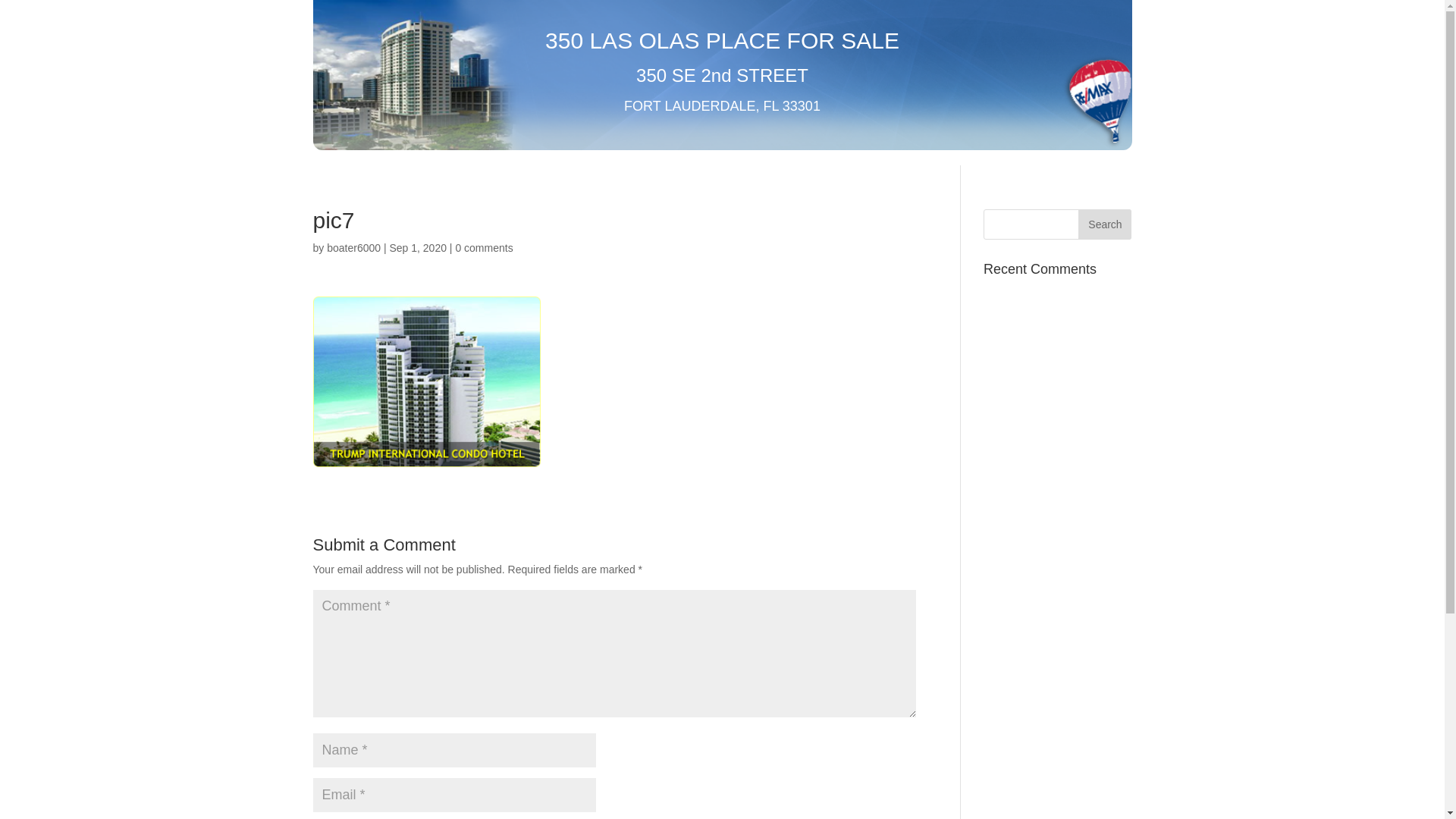 The image size is (1456, 819). I want to click on 'Search', so click(1105, 224).